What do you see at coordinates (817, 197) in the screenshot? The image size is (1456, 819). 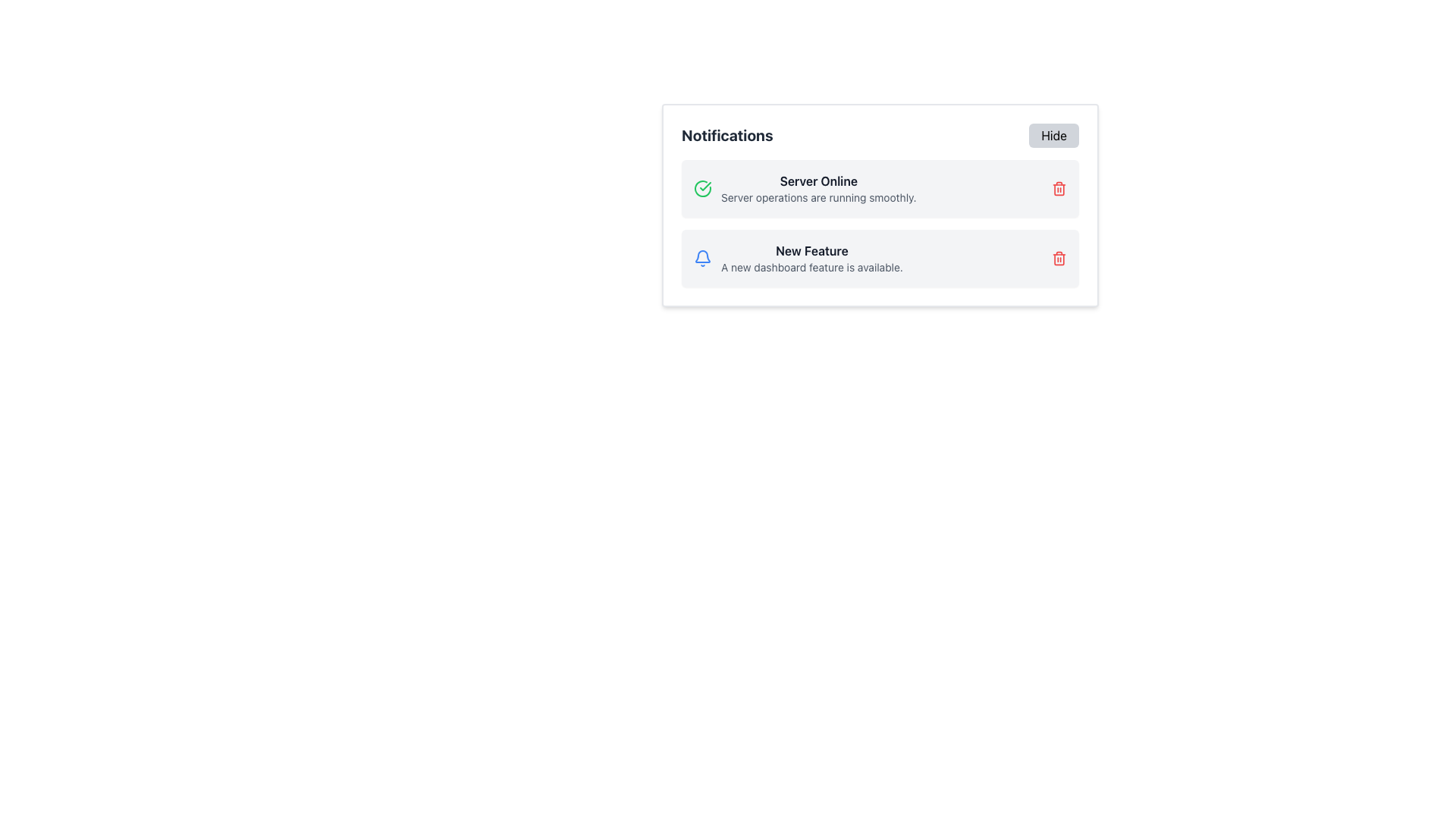 I see `the descriptive text element located beneath the title 'Server Online' within the first notification card` at bounding box center [817, 197].